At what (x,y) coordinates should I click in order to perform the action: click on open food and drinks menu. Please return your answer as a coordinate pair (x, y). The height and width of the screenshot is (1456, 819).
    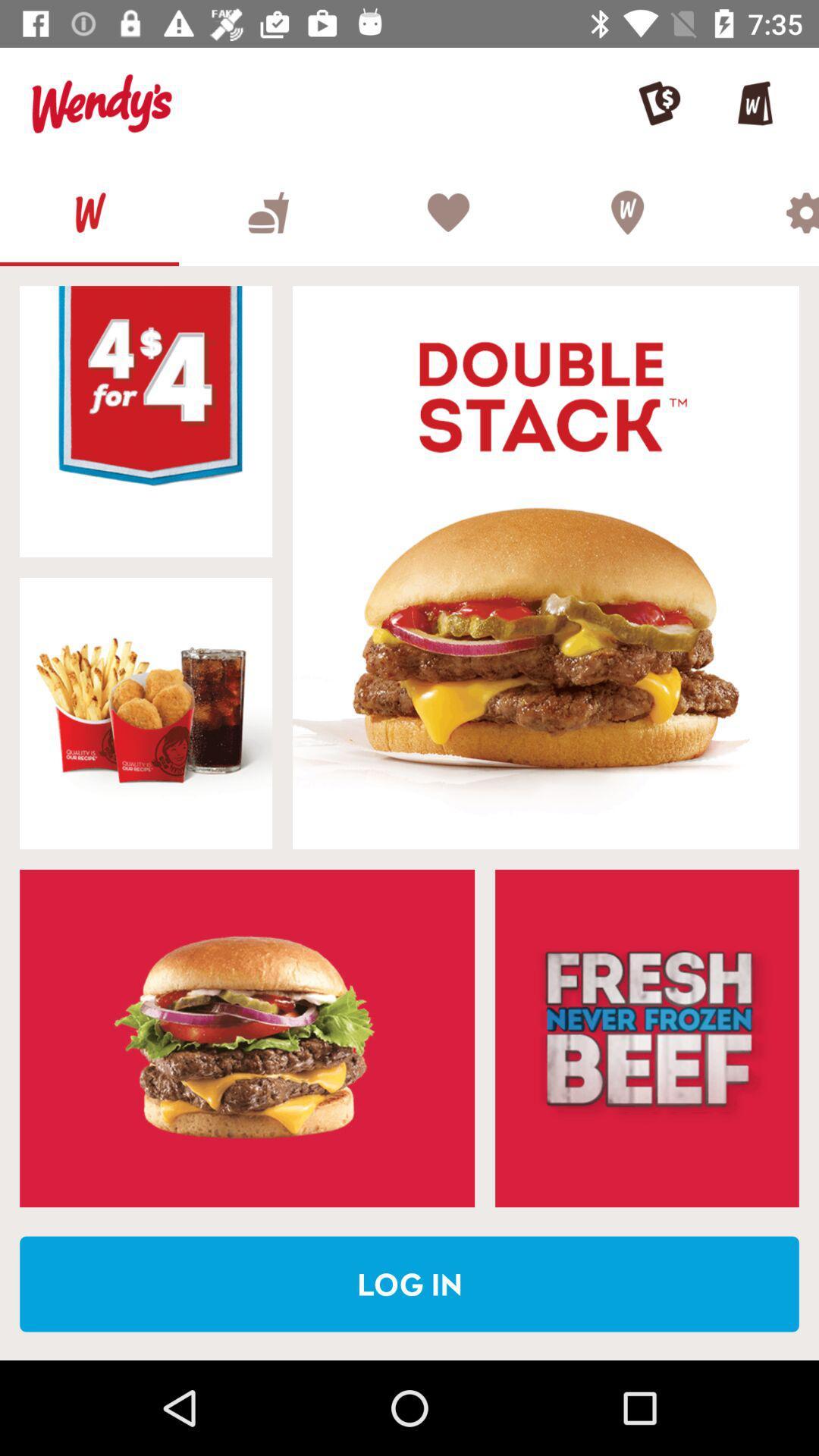
    Looking at the image, I should click on (268, 212).